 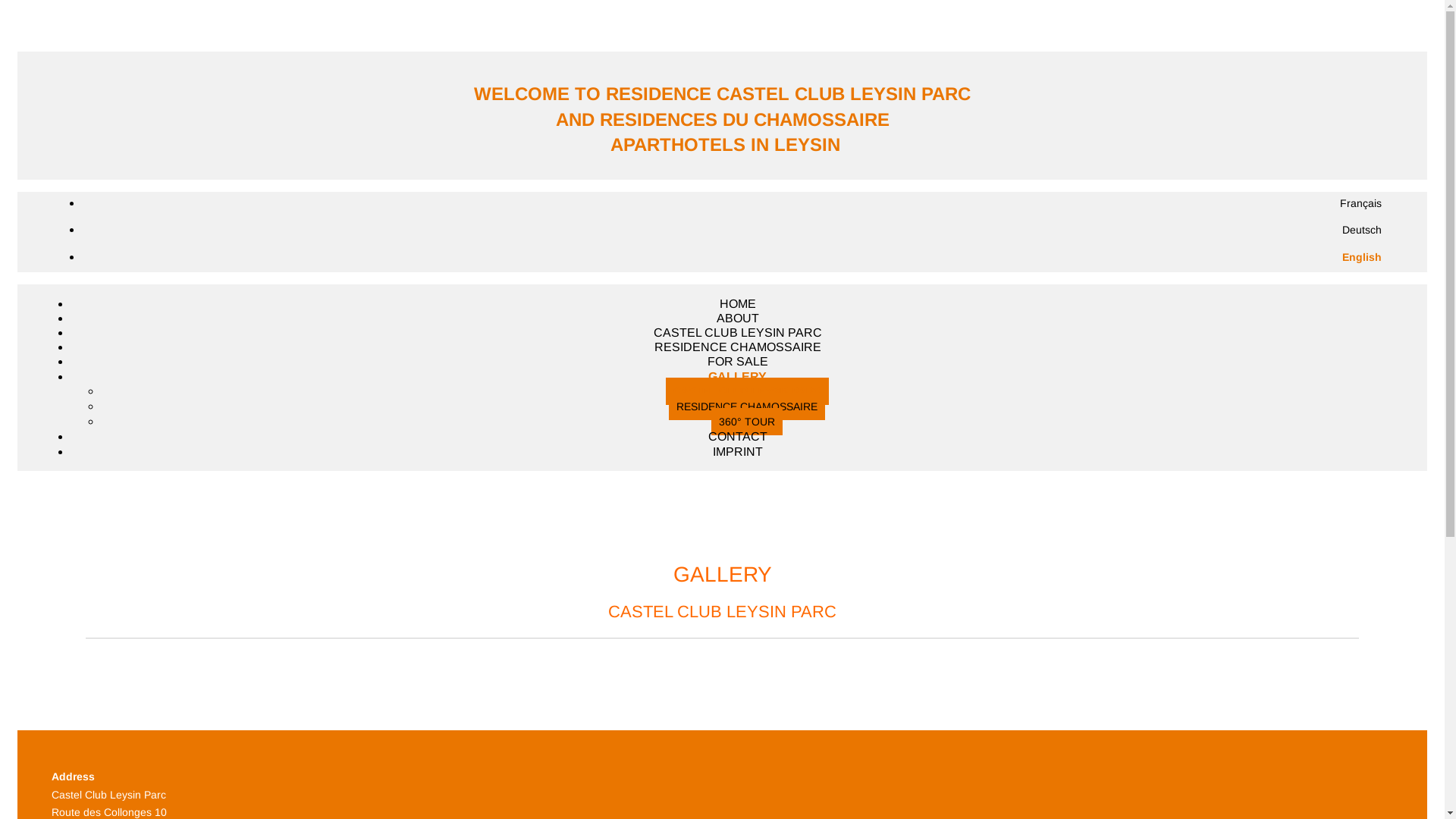 I want to click on 'CONTACT', so click(x=738, y=436).